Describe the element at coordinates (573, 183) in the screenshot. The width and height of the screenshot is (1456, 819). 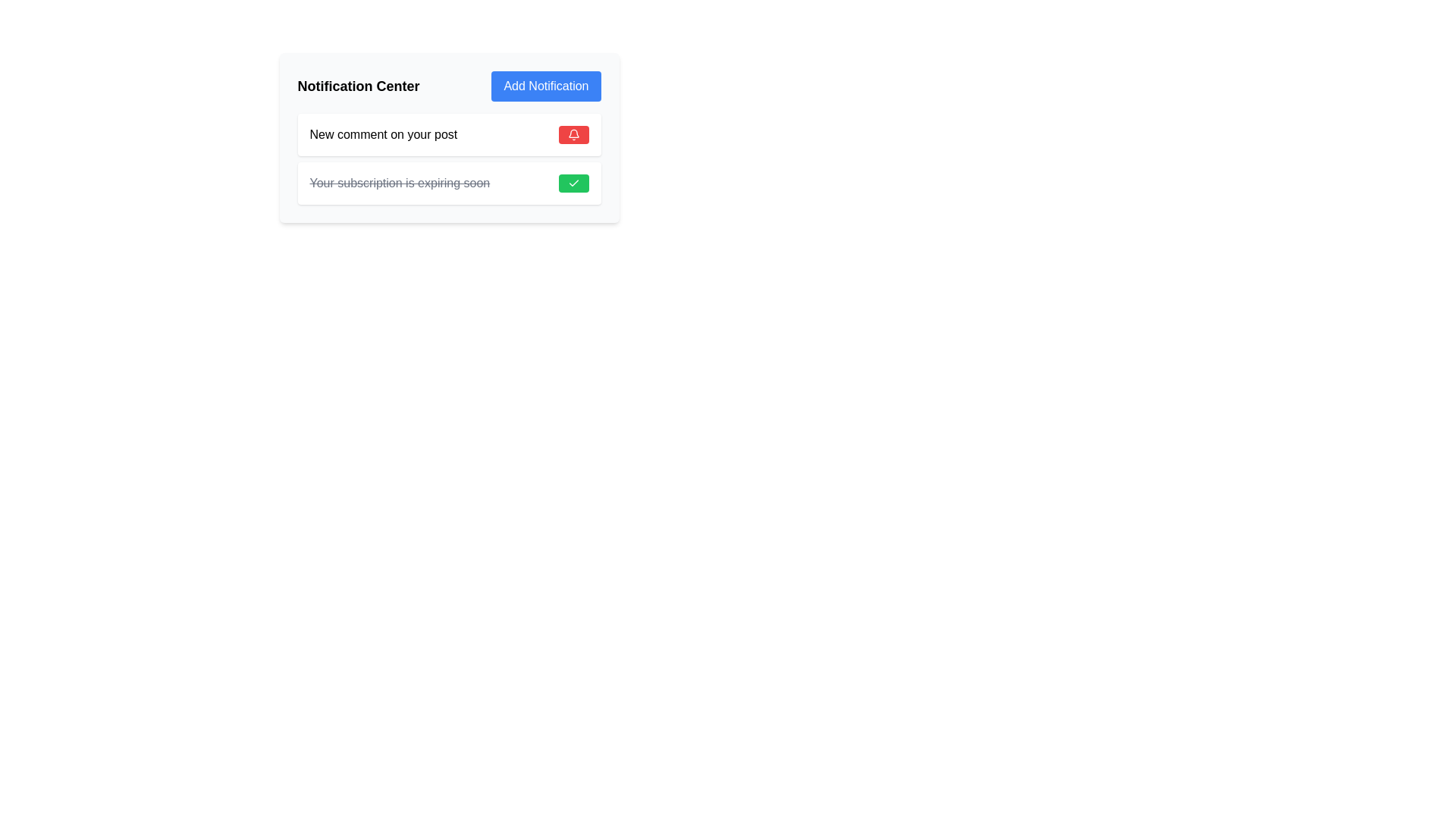
I see `the SVG-based checkmark icon located in the bottom notification line within a green button, adjacent to the strikethrough text 'Your subscription is expiring soon', to acknowledge the notification` at that location.